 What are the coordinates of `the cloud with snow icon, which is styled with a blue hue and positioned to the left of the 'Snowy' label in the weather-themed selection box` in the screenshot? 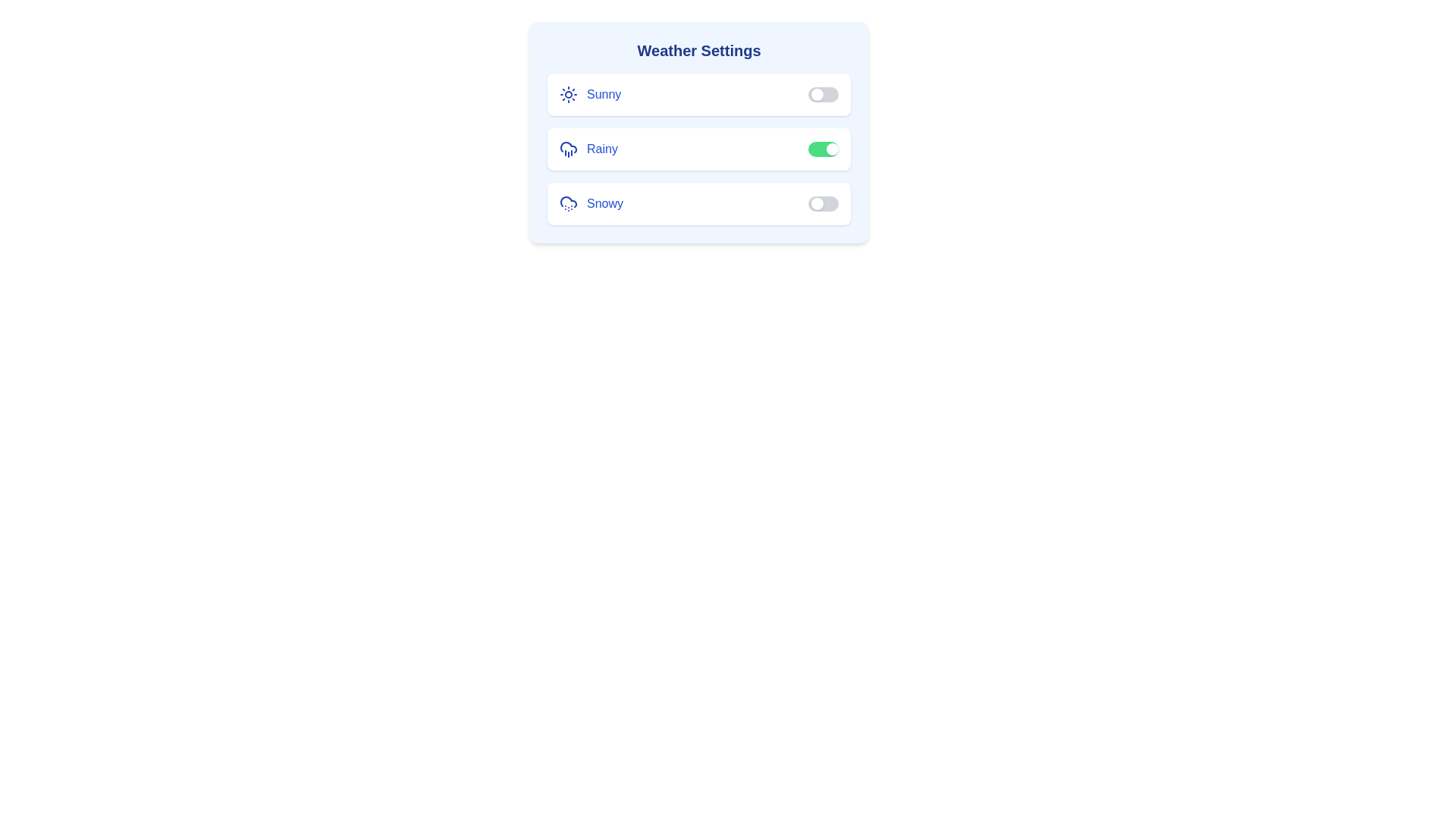 It's located at (567, 203).